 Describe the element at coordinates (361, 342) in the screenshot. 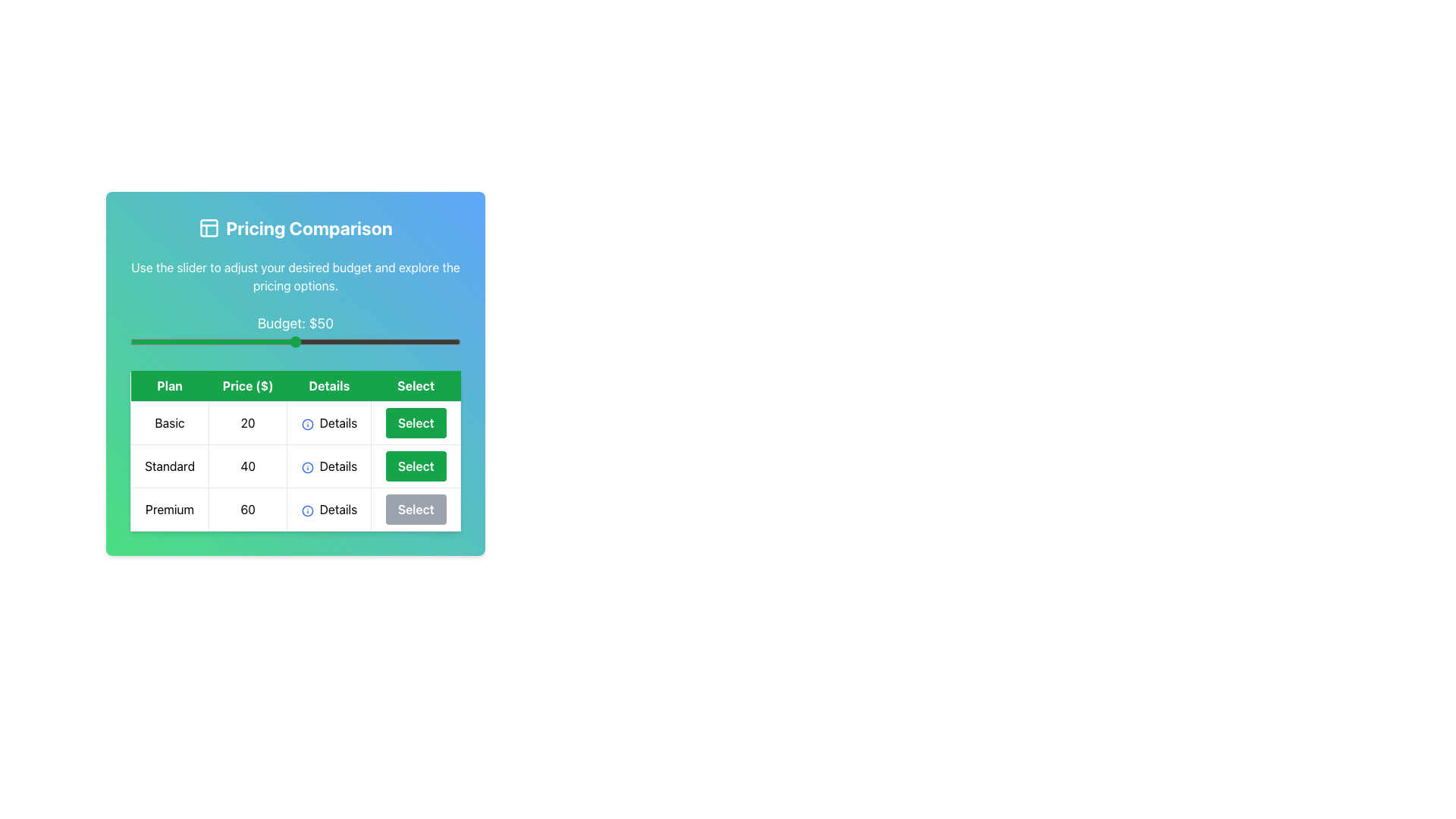

I see `the budget` at that location.